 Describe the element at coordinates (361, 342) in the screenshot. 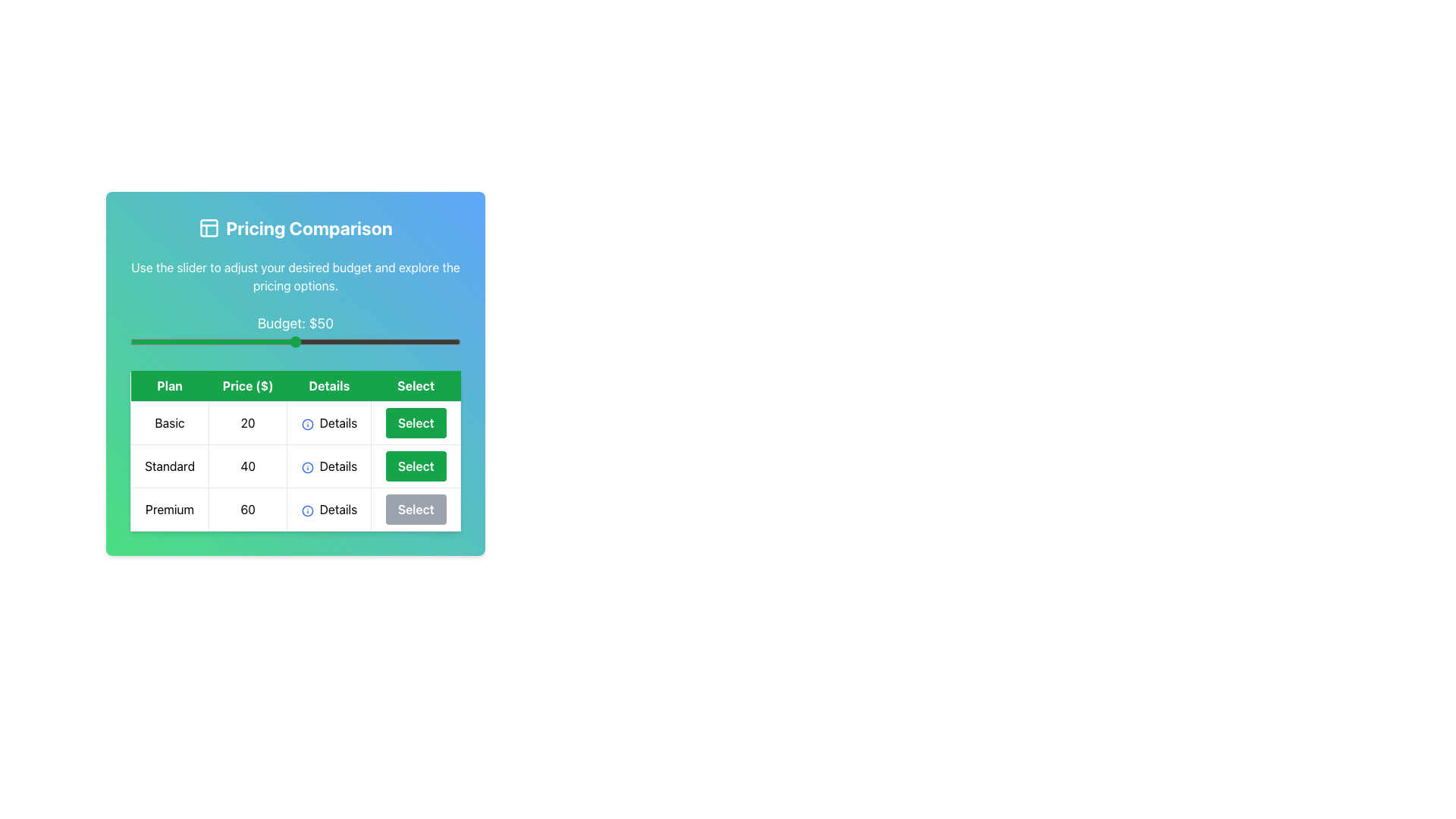

I see `the budget` at that location.